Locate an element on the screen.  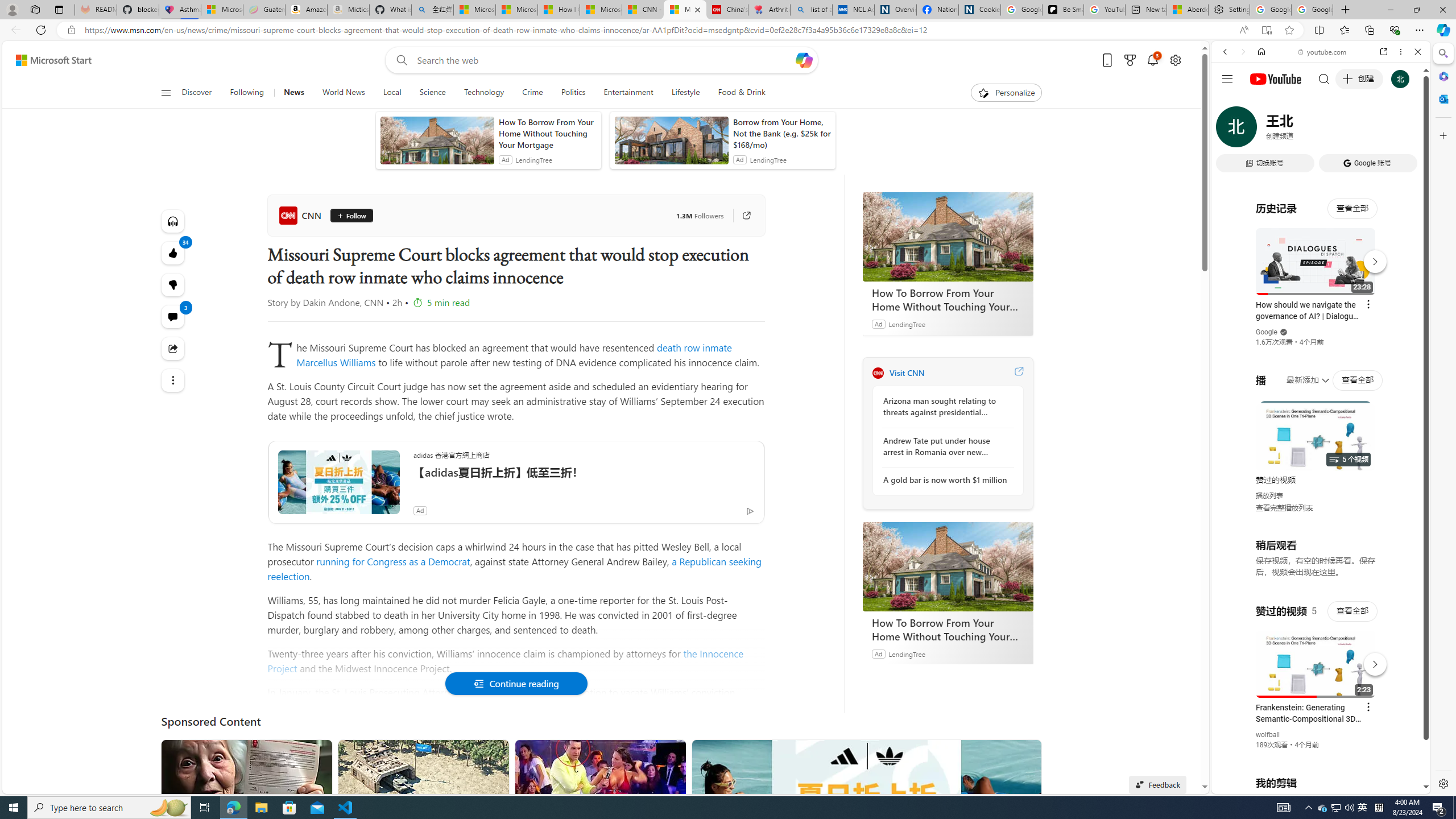
'Go to publisher' is located at coordinates (741, 216).